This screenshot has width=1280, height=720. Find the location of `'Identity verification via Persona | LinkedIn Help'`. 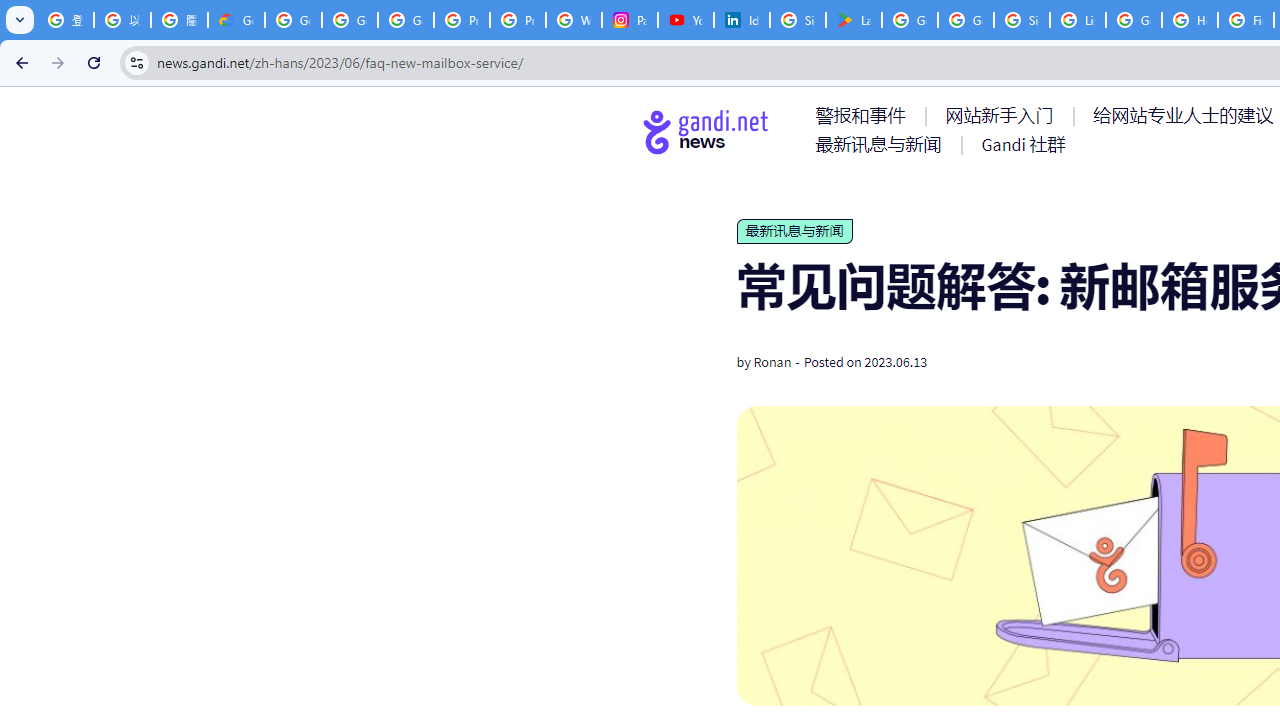

'Identity verification via Persona | LinkedIn Help' is located at coordinates (741, 20).